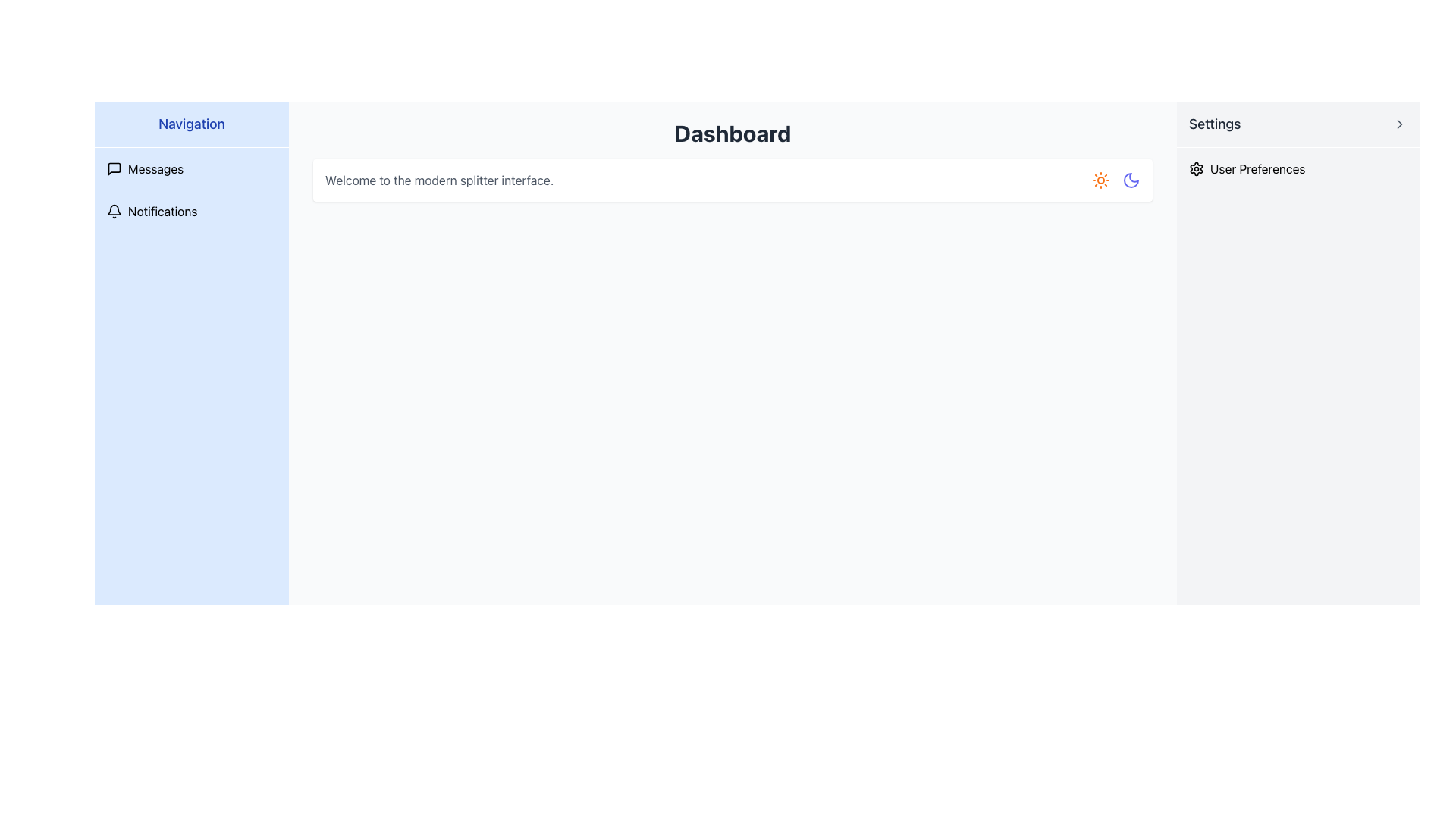 The width and height of the screenshot is (1456, 819). What do you see at coordinates (191, 211) in the screenshot?
I see `the 'Notifications' navigation link, which features a bell icon and is located beneath the 'Messages' entry in the sidebar navigation panel` at bounding box center [191, 211].